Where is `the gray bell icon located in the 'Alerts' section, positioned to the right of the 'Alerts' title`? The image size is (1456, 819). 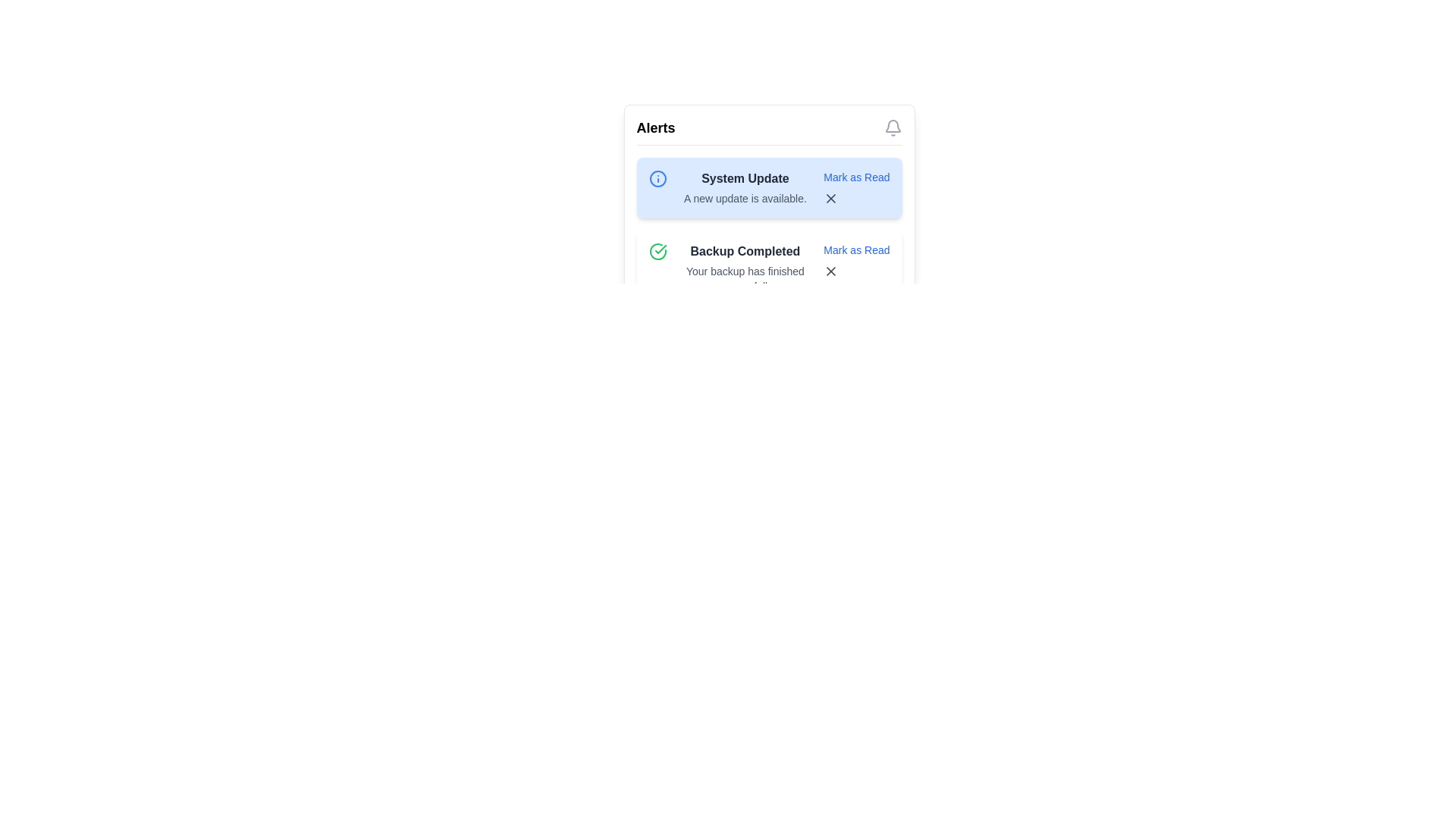 the gray bell icon located in the 'Alerts' section, positioned to the right of the 'Alerts' title is located at coordinates (893, 127).